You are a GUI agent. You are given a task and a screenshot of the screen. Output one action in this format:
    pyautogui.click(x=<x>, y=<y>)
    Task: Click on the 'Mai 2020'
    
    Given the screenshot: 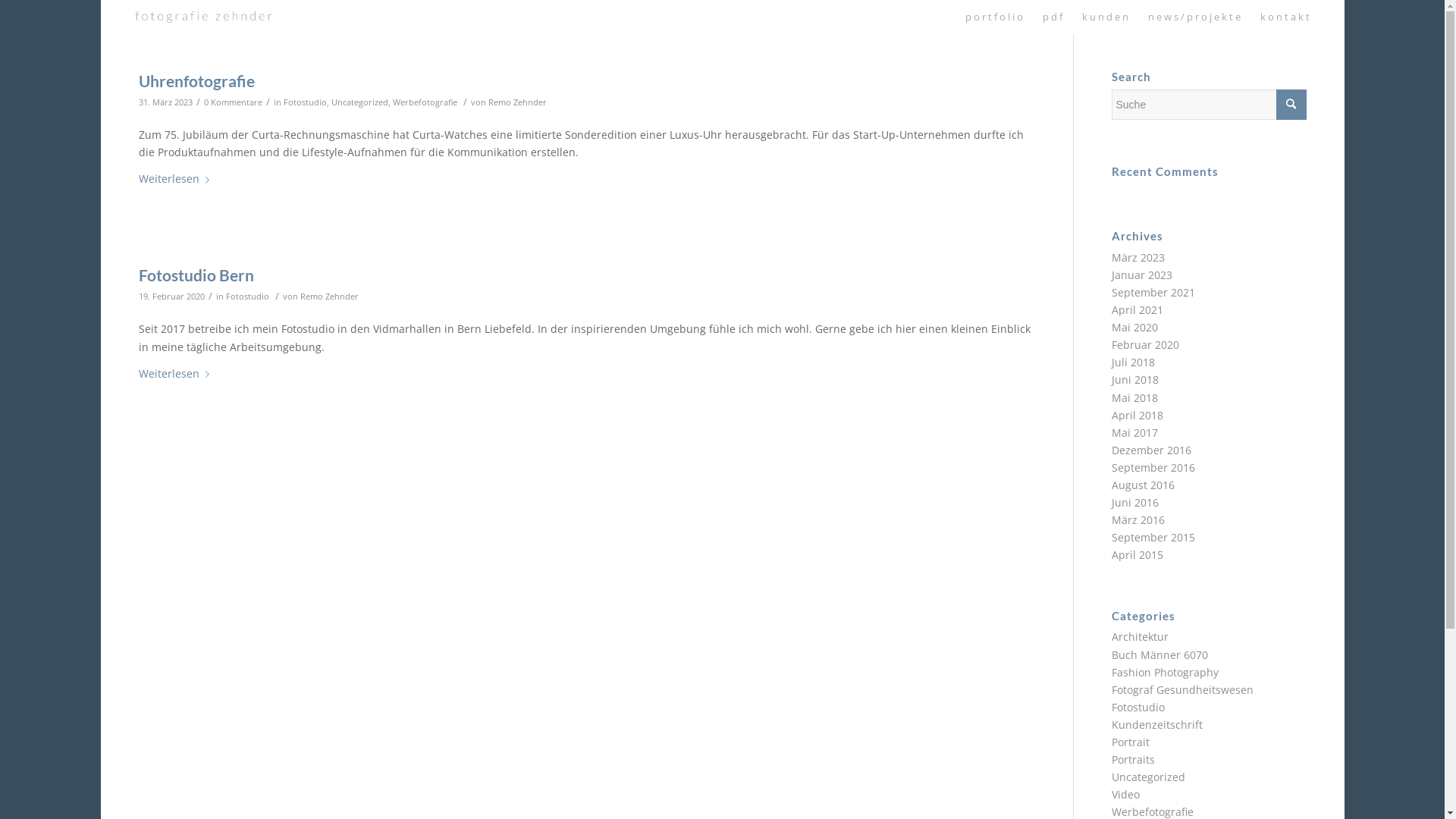 What is the action you would take?
    pyautogui.click(x=1134, y=326)
    